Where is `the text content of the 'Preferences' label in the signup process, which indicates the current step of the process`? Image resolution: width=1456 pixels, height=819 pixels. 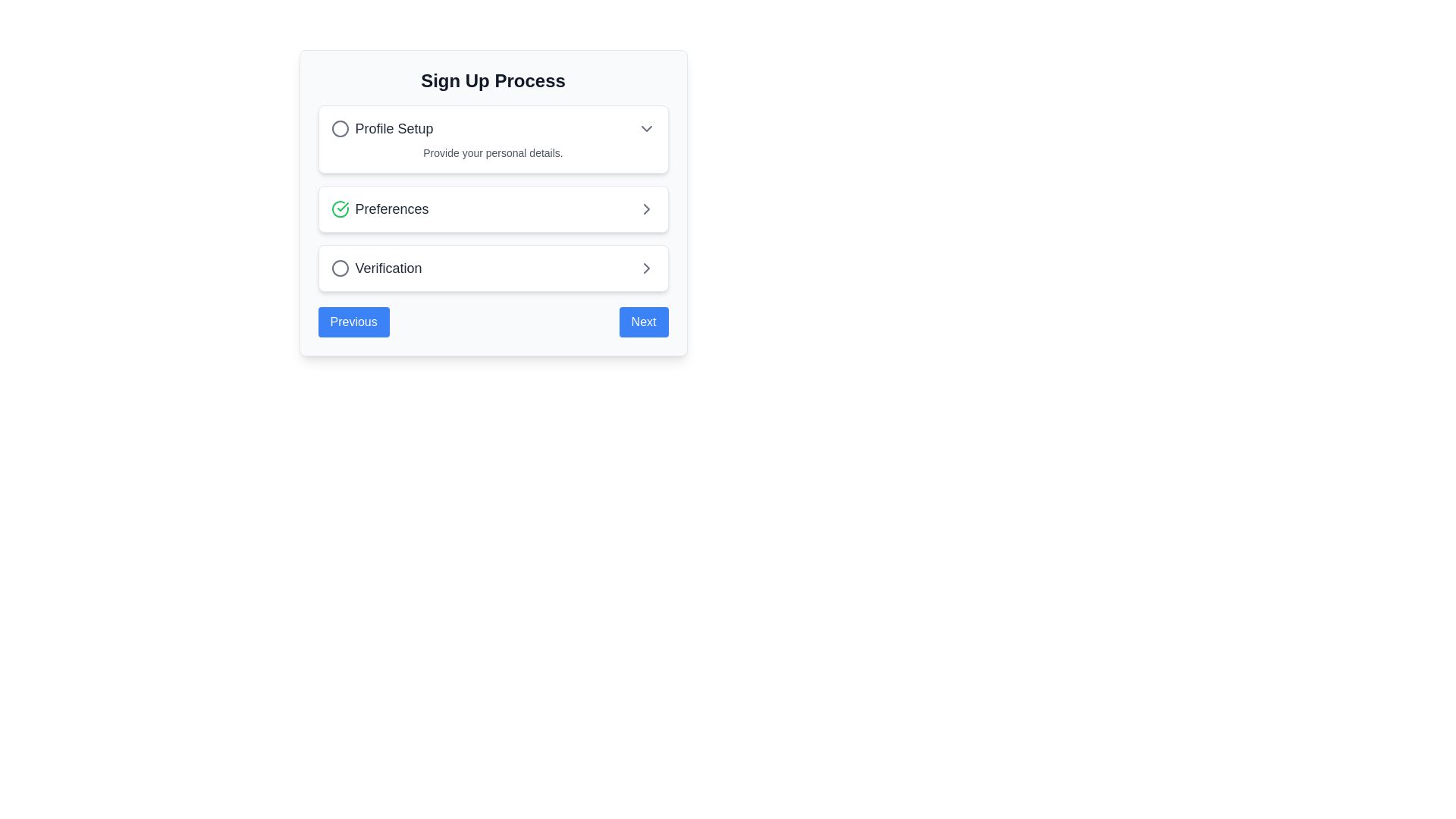
the text content of the 'Preferences' label in the signup process, which indicates the current step of the process is located at coordinates (392, 209).